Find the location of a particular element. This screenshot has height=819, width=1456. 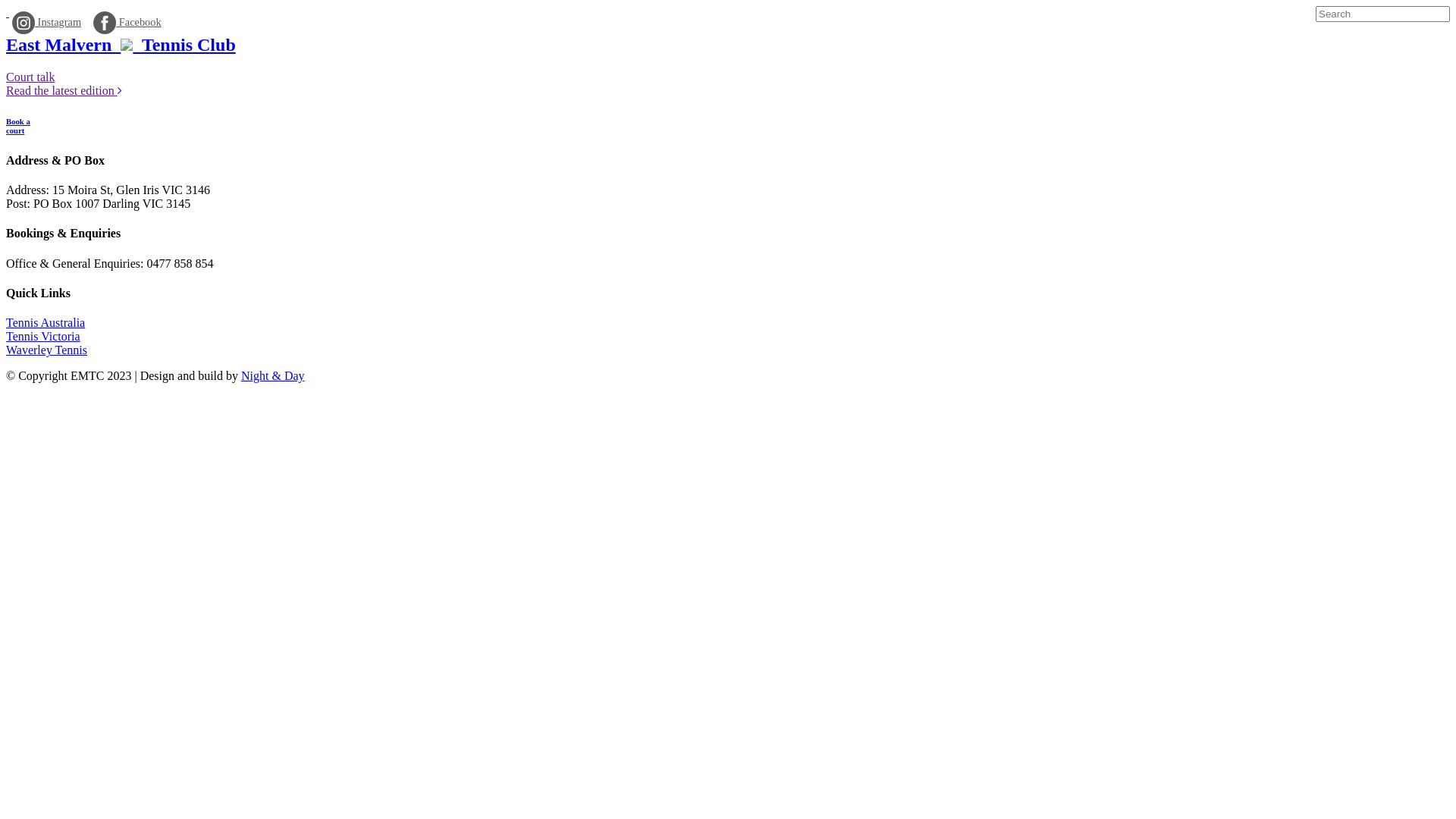

'Night & Day' is located at coordinates (273, 375).